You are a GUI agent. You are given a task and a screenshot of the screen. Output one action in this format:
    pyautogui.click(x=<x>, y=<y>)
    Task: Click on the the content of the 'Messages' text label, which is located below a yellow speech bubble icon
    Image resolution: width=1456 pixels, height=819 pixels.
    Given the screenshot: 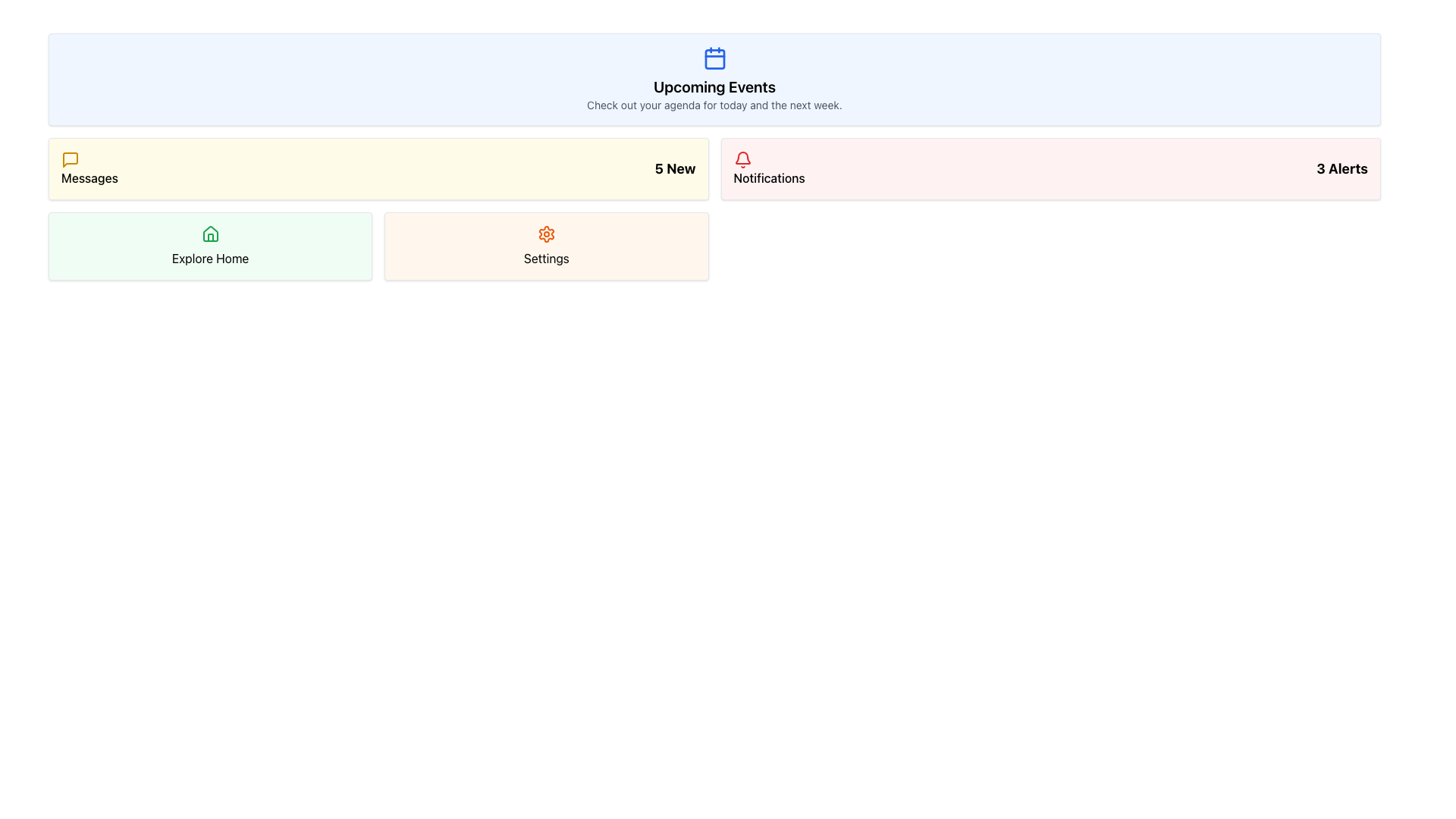 What is the action you would take?
    pyautogui.click(x=89, y=169)
    